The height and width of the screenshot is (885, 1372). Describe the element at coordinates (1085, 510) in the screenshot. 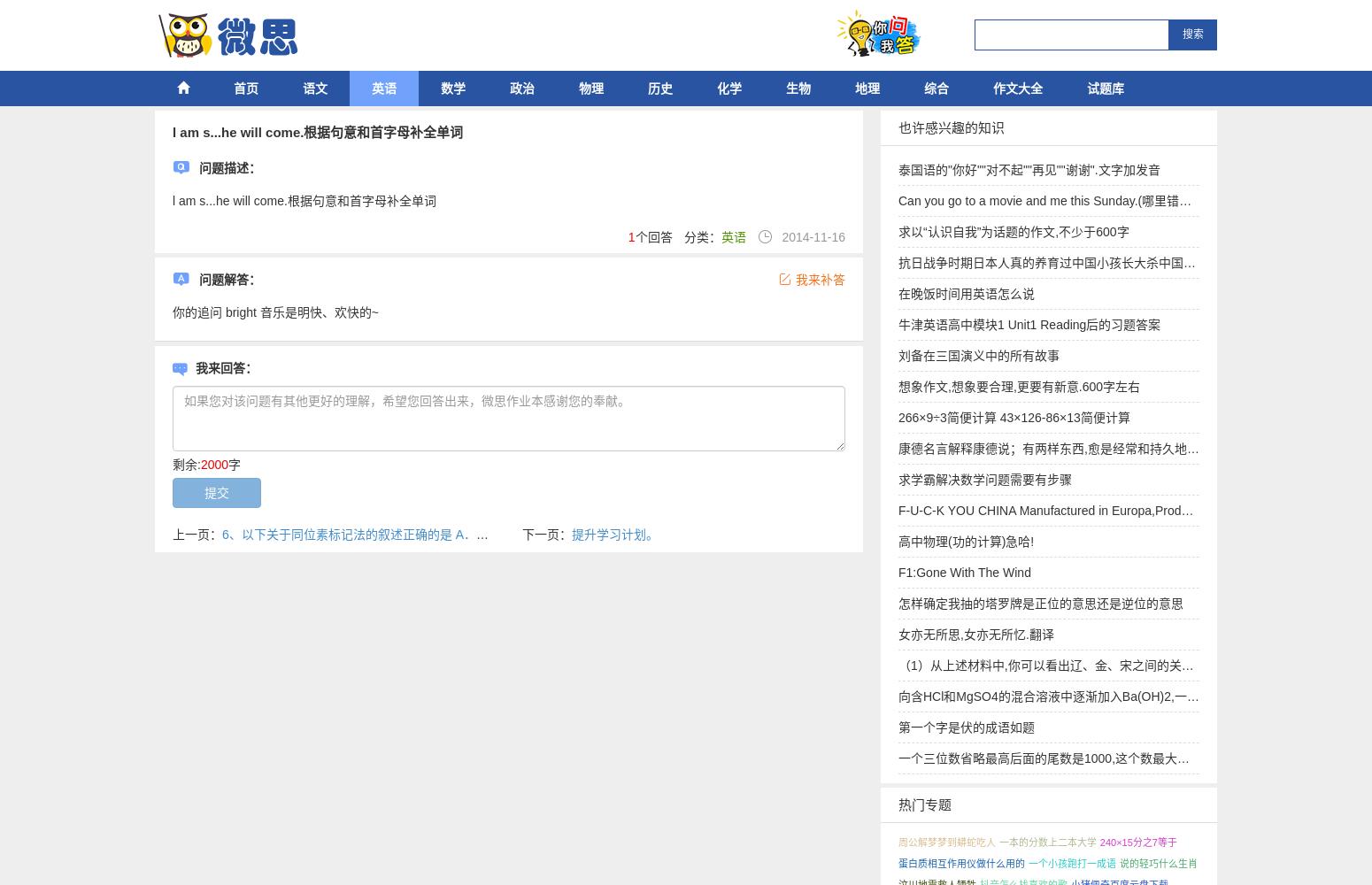

I see `'F-U-C-K YOU CHINA Manufactured in Europa,Produced and design'` at that location.